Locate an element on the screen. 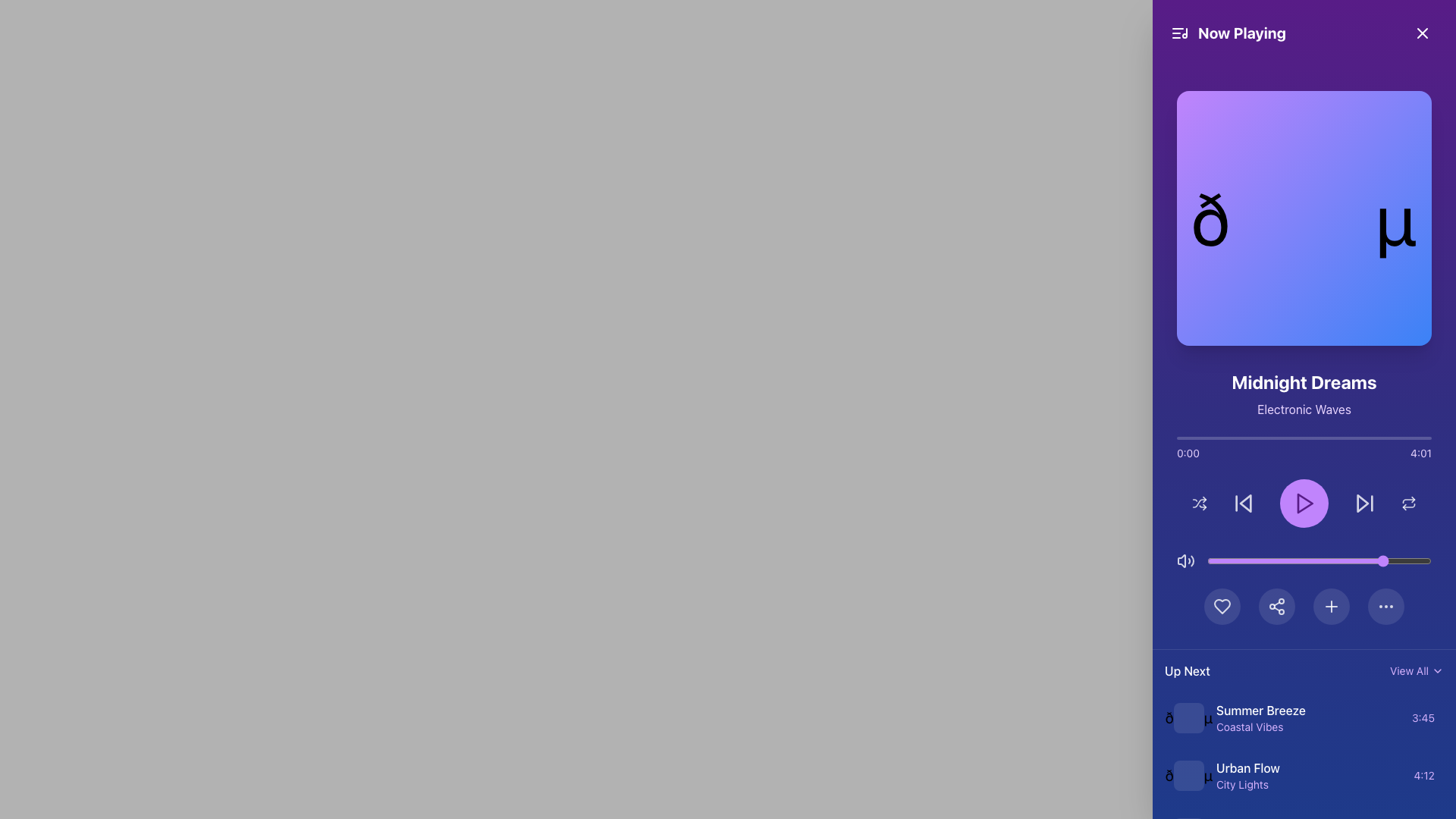  the shuffle icon button, which is the first icon on the control bar to the left of the play button is located at coordinates (1199, 503).